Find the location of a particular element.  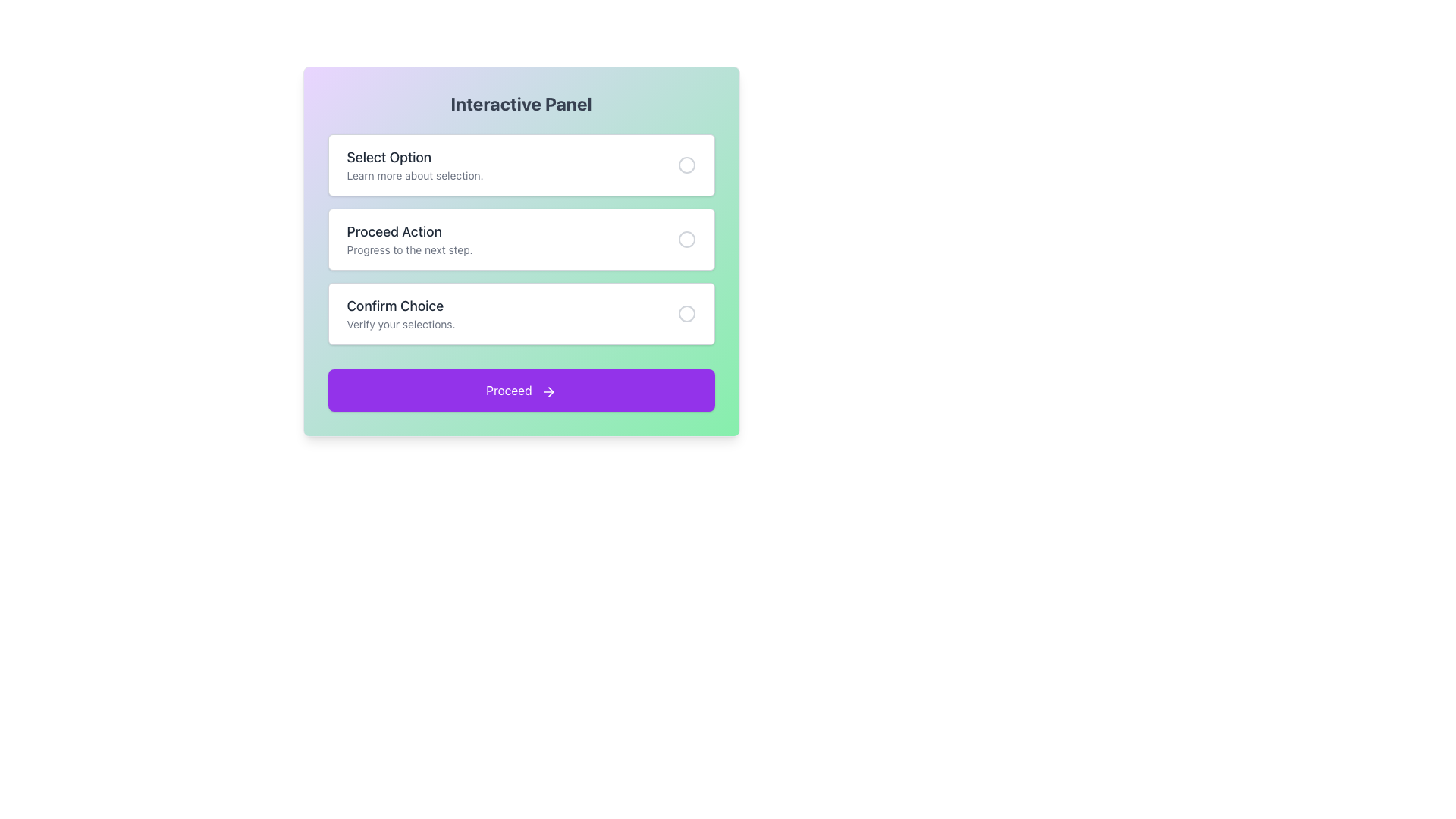

the circular selectable indicator (radio button or checkbox) located at the far-right side of the 'Select Option' section is located at coordinates (686, 165).